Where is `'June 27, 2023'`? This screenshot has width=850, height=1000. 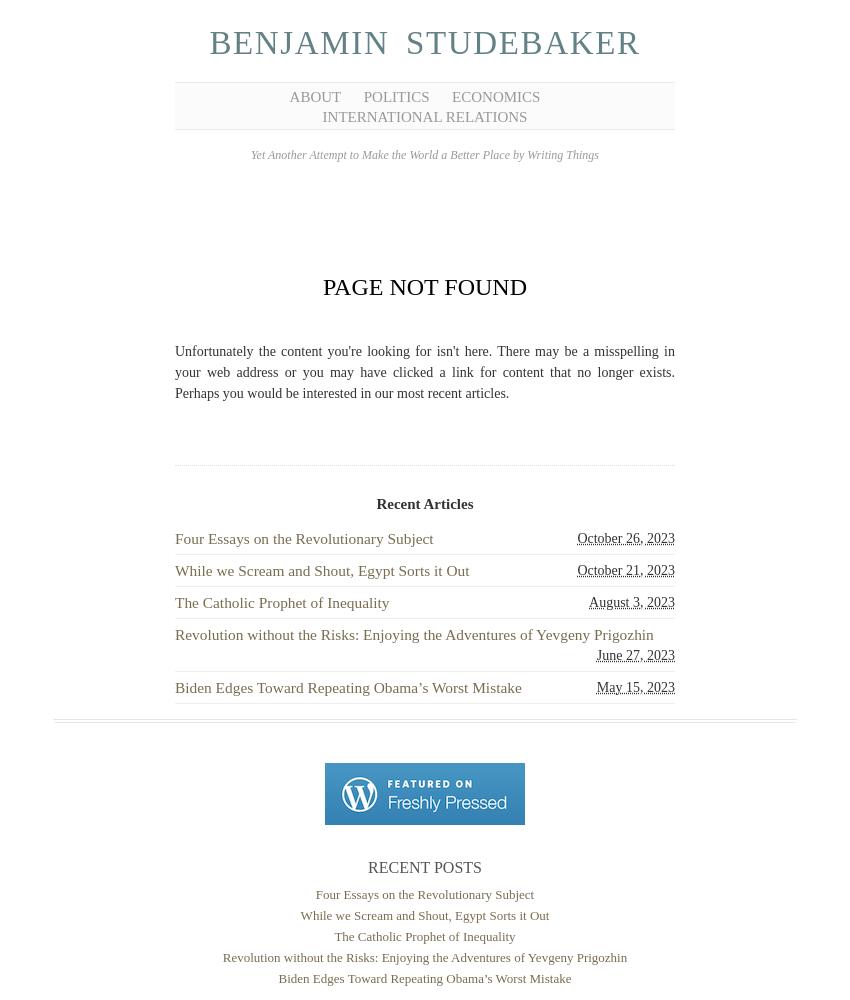 'June 27, 2023' is located at coordinates (634, 654).